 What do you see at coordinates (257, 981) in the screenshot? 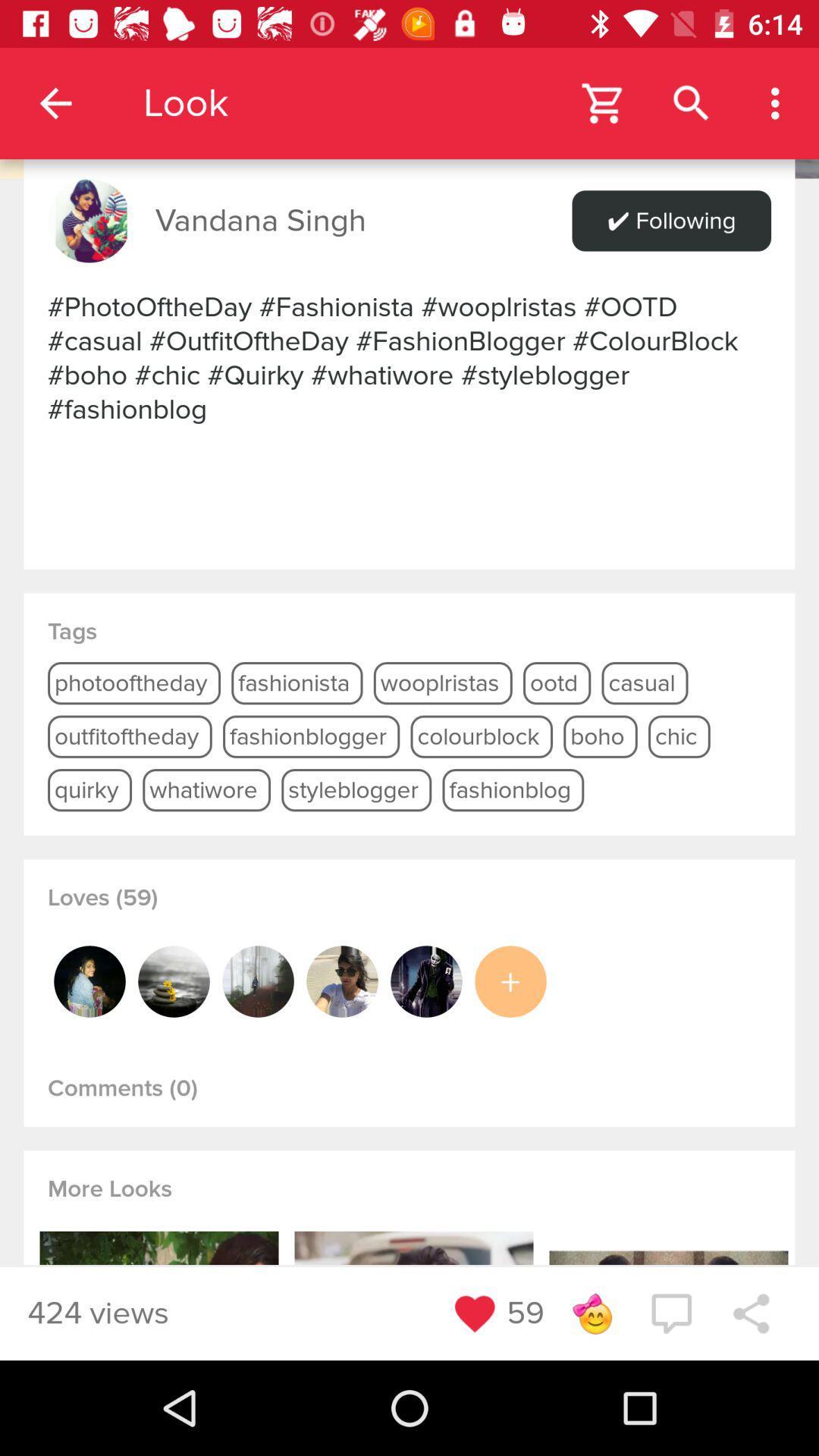
I see `click profile` at bounding box center [257, 981].